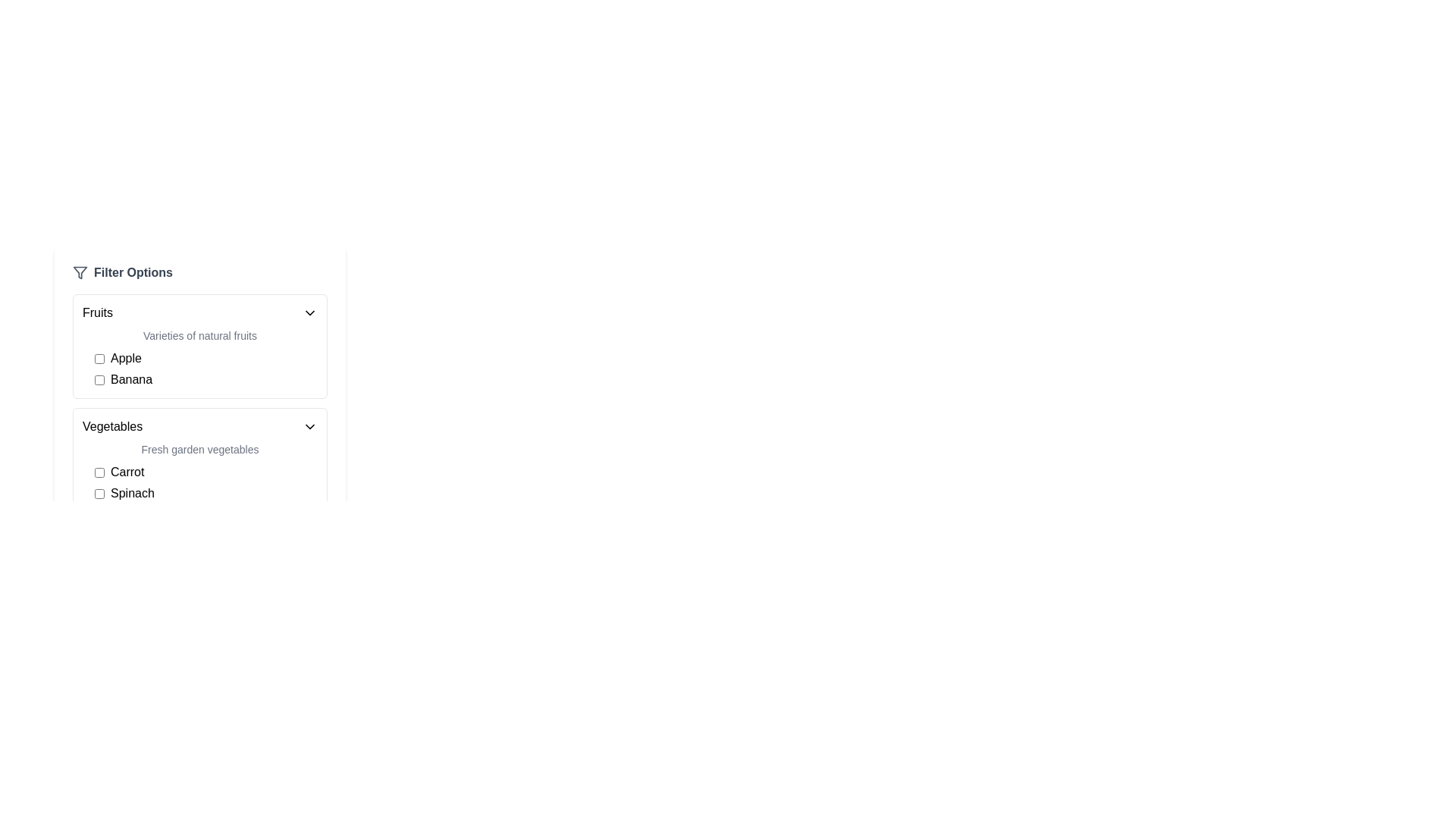 Image resolution: width=1456 pixels, height=819 pixels. What do you see at coordinates (99, 494) in the screenshot?
I see `the 'Spinach' checkbox in the vertical list under 'Vegetables'` at bounding box center [99, 494].